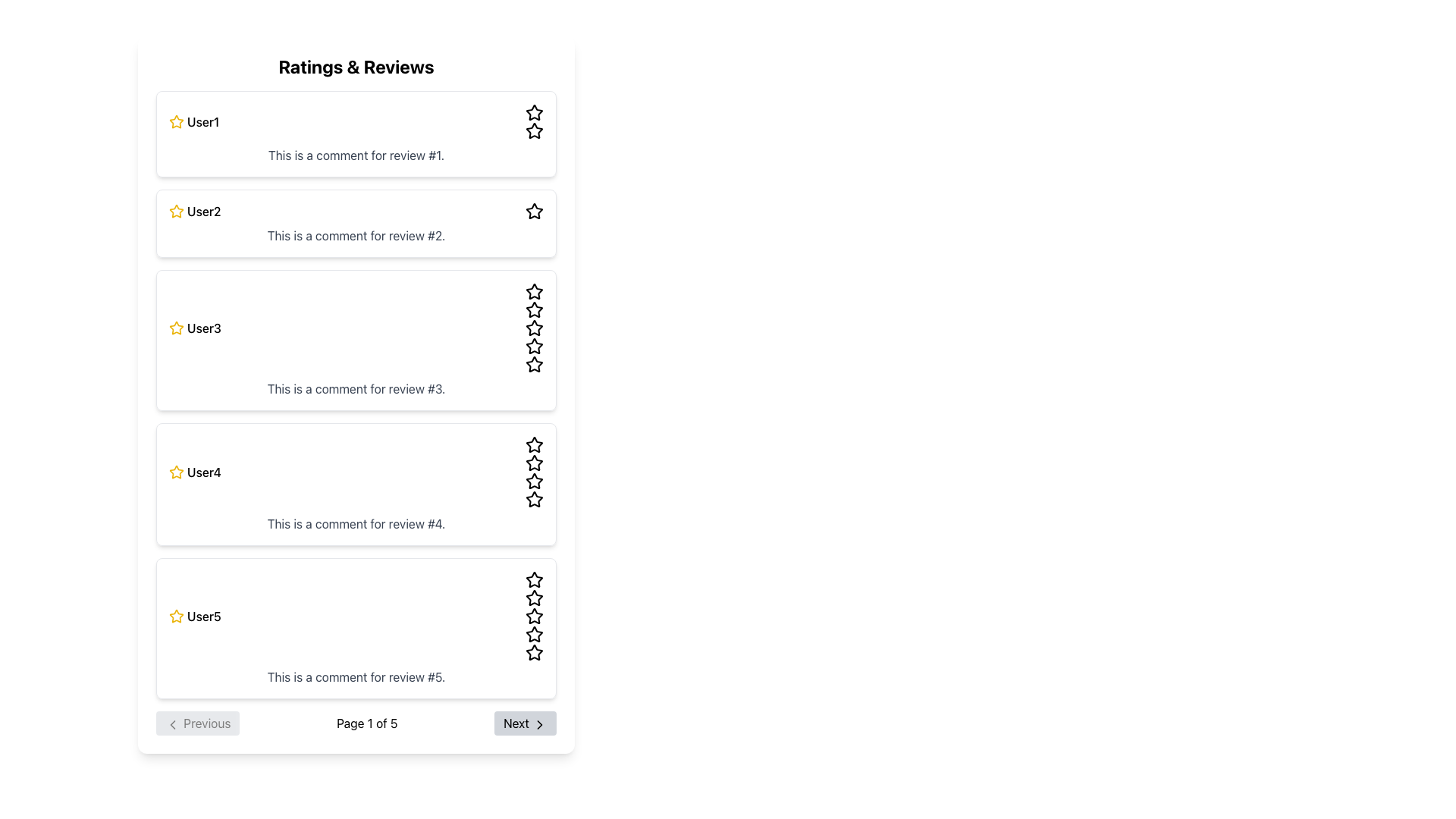  Describe the element at coordinates (535, 364) in the screenshot. I see `the fourth star icon in the five-star rating system located in the comment section for 'User3'` at that location.